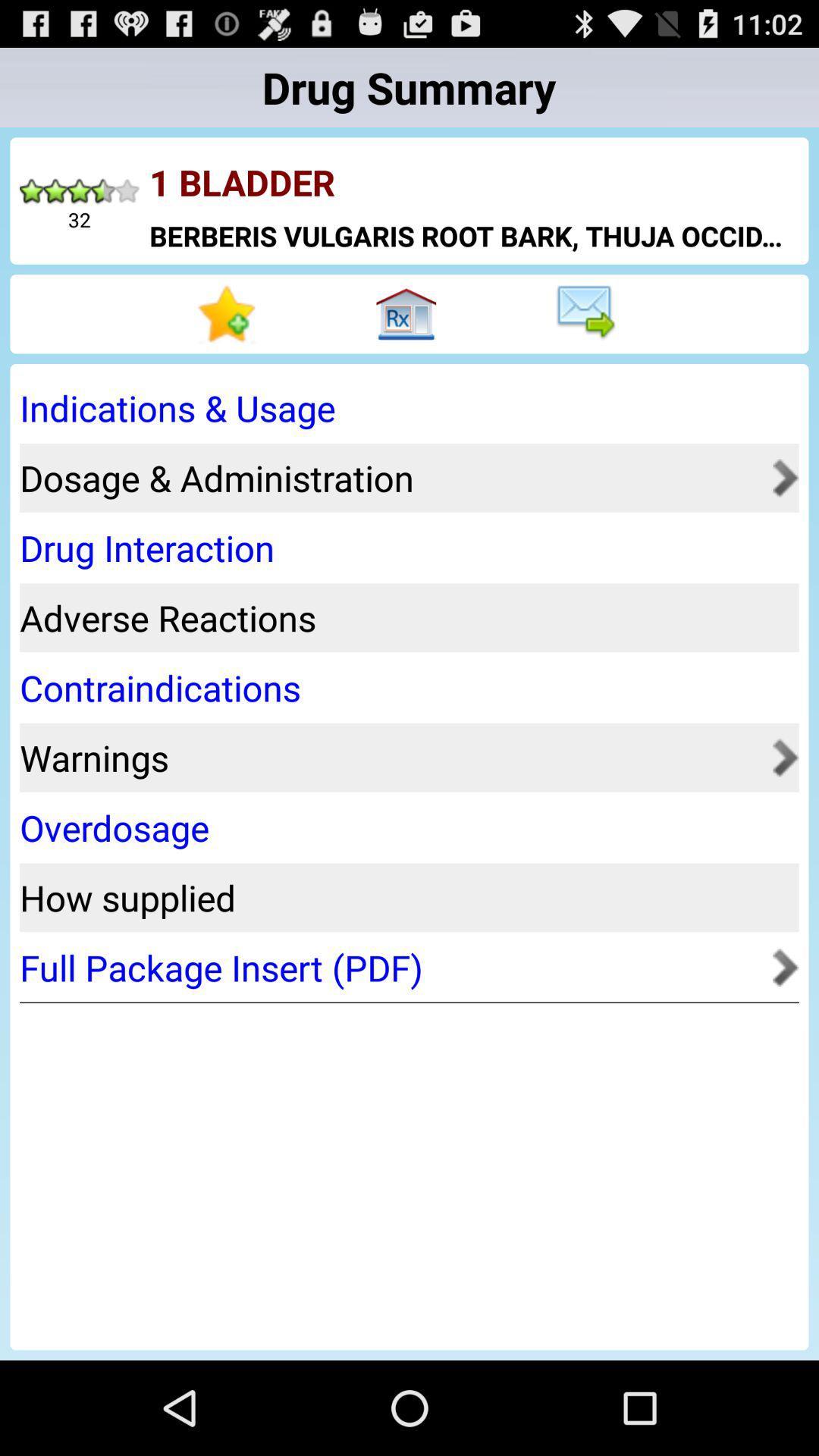 This screenshot has height=1456, width=819. I want to click on the how supplied, so click(403, 897).